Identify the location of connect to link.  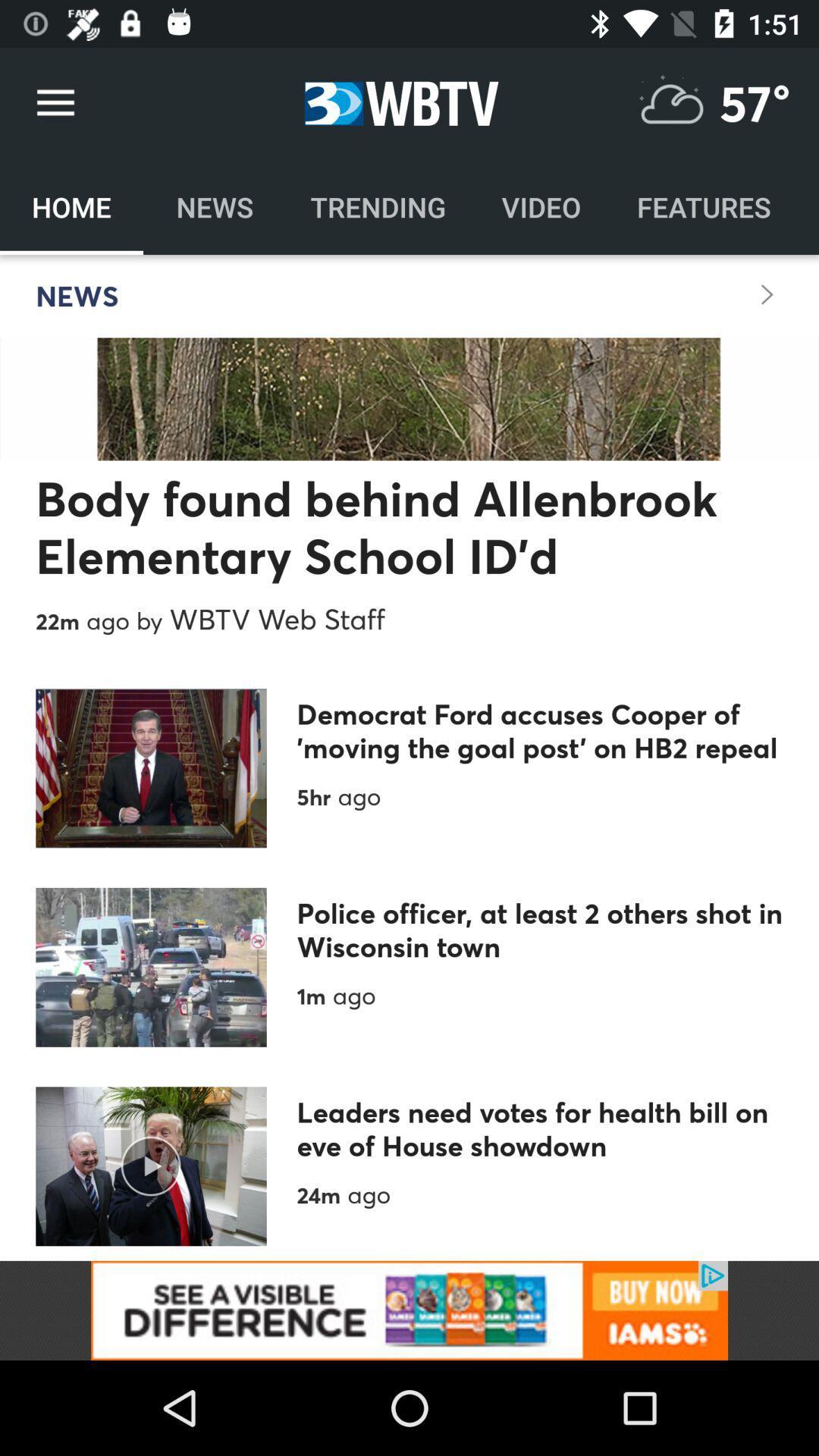
(409, 1310).